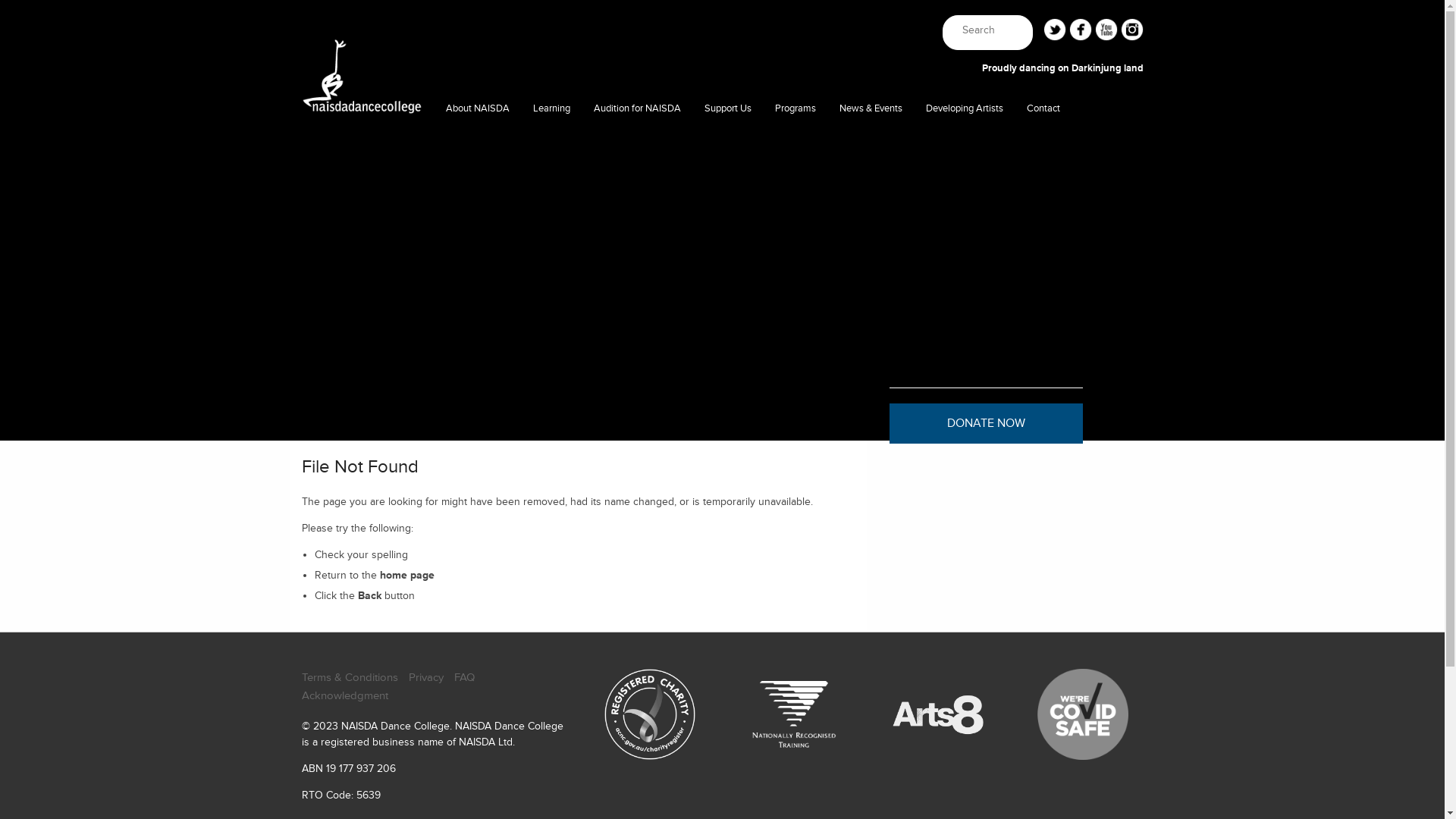 The height and width of the screenshot is (819, 1456). What do you see at coordinates (1015, 108) in the screenshot?
I see `'Contact'` at bounding box center [1015, 108].